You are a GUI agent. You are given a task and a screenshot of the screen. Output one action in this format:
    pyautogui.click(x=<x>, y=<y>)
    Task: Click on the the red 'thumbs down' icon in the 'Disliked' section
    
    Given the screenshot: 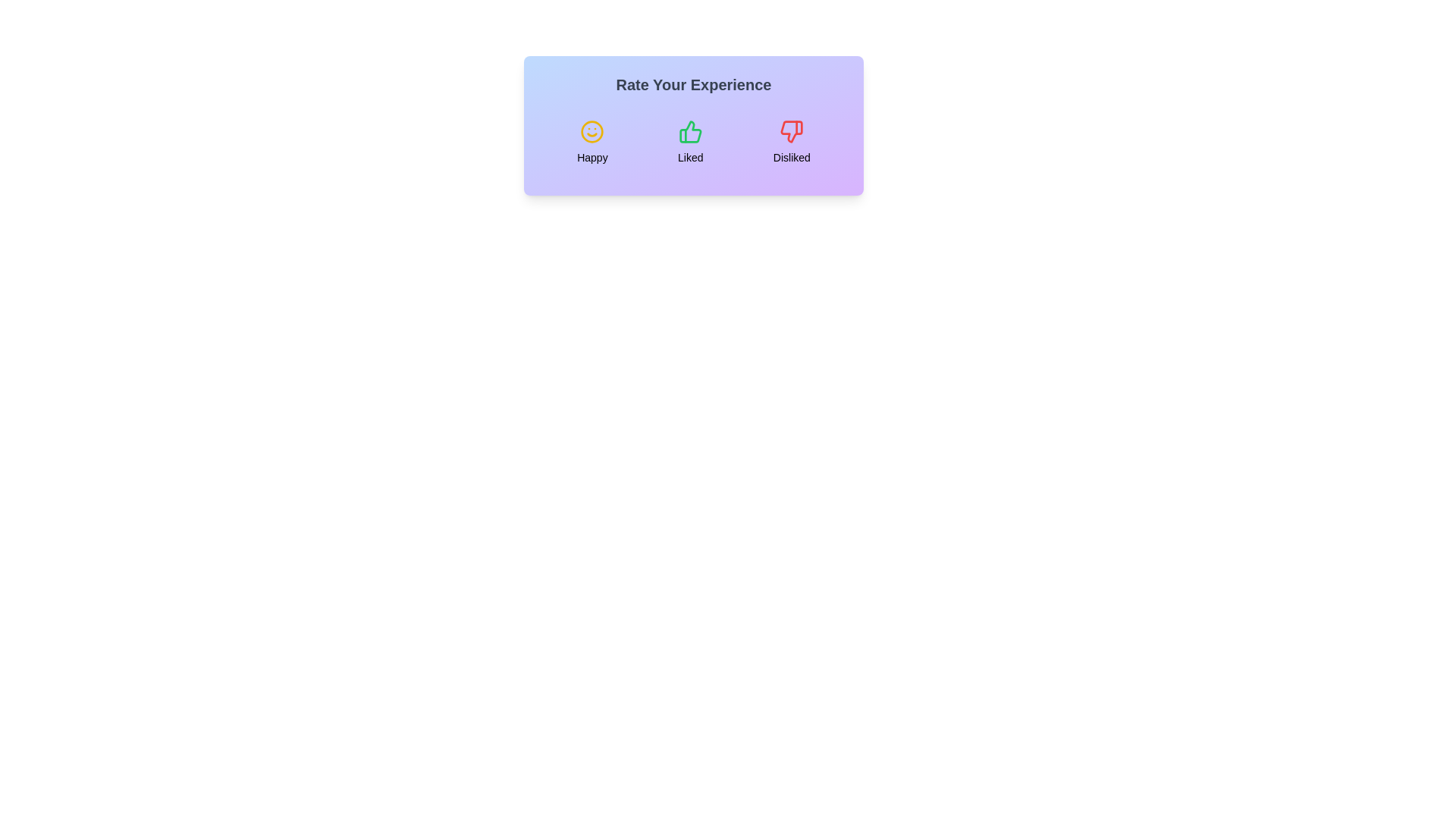 What is the action you would take?
    pyautogui.click(x=791, y=130)
    